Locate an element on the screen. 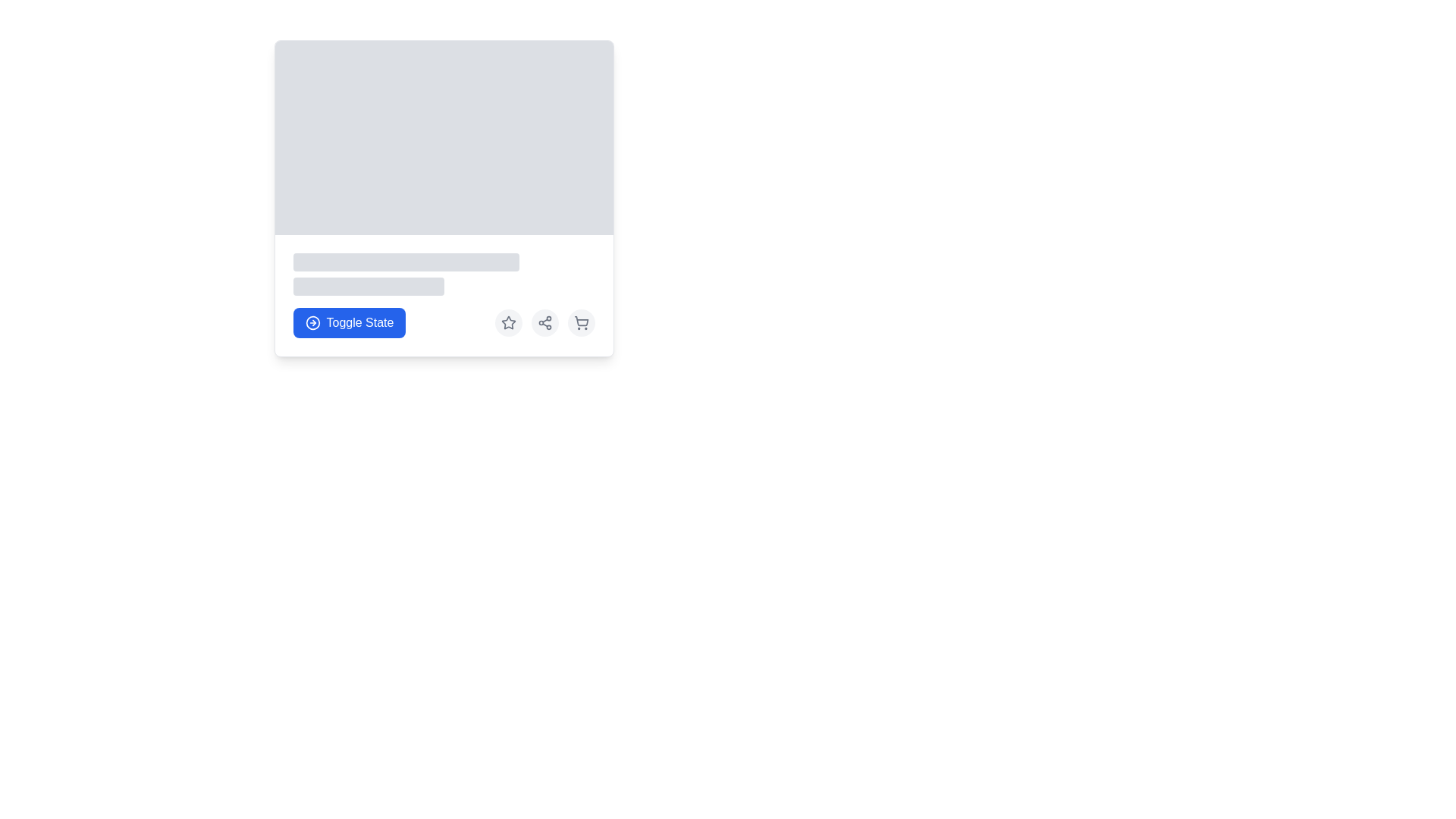 This screenshot has height=819, width=1456. the Icon within the 'Toggle State' button located on the bottom left of the card layout to indicate an action to change states is located at coordinates (312, 322).